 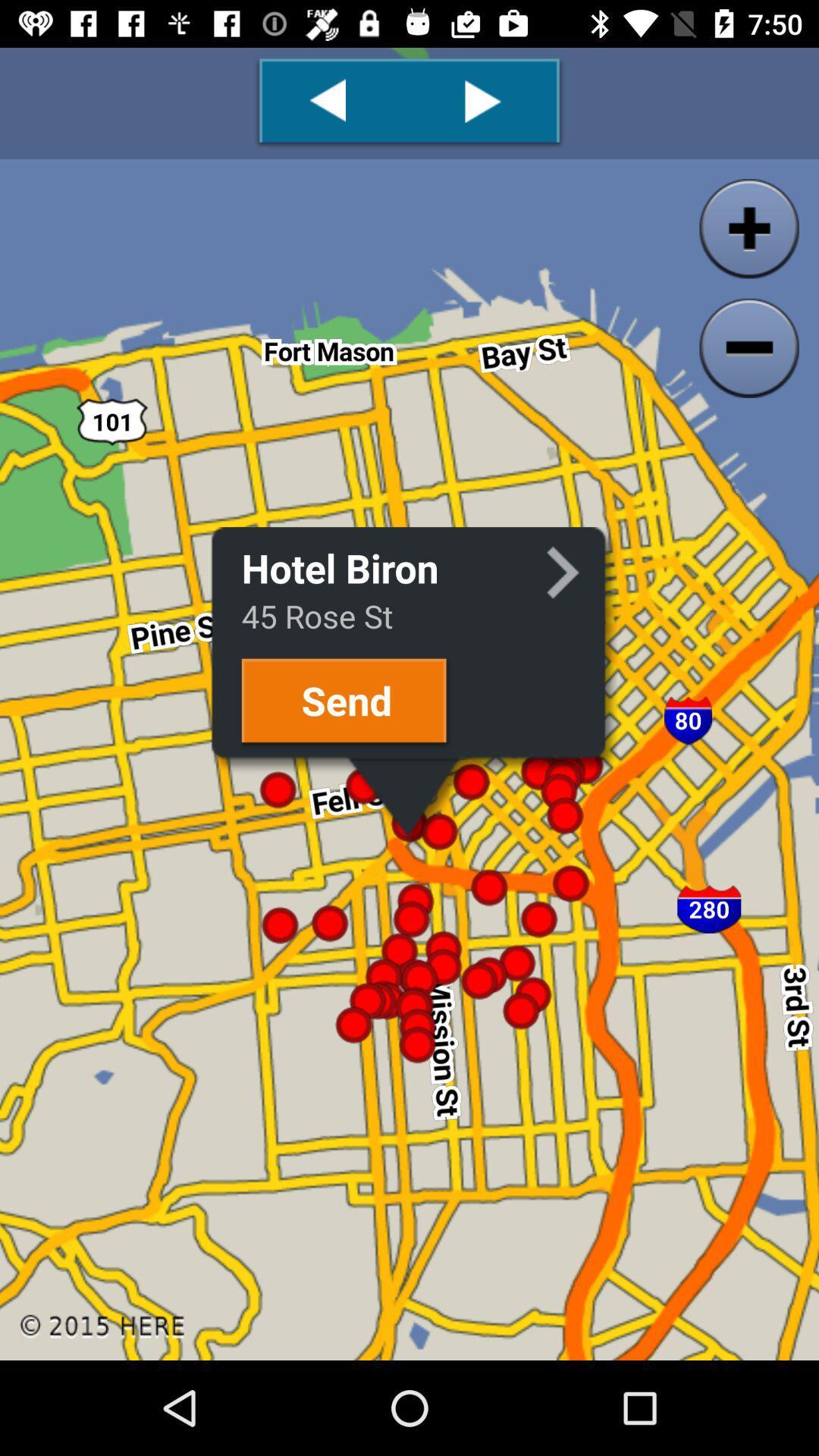 What do you see at coordinates (748, 227) in the screenshot?
I see `the add icon` at bounding box center [748, 227].